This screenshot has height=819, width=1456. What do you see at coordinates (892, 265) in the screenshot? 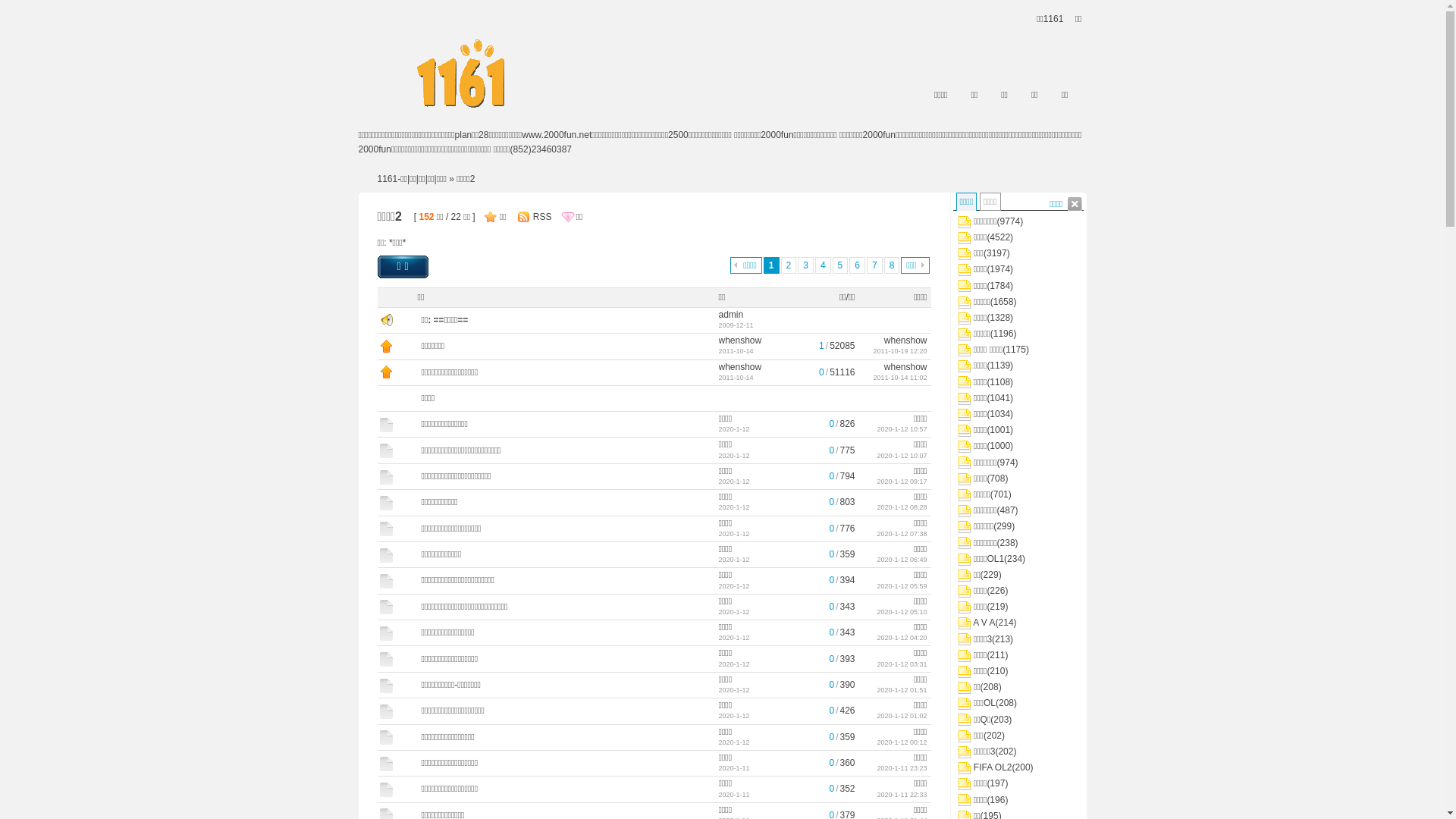
I see `'8'` at bounding box center [892, 265].